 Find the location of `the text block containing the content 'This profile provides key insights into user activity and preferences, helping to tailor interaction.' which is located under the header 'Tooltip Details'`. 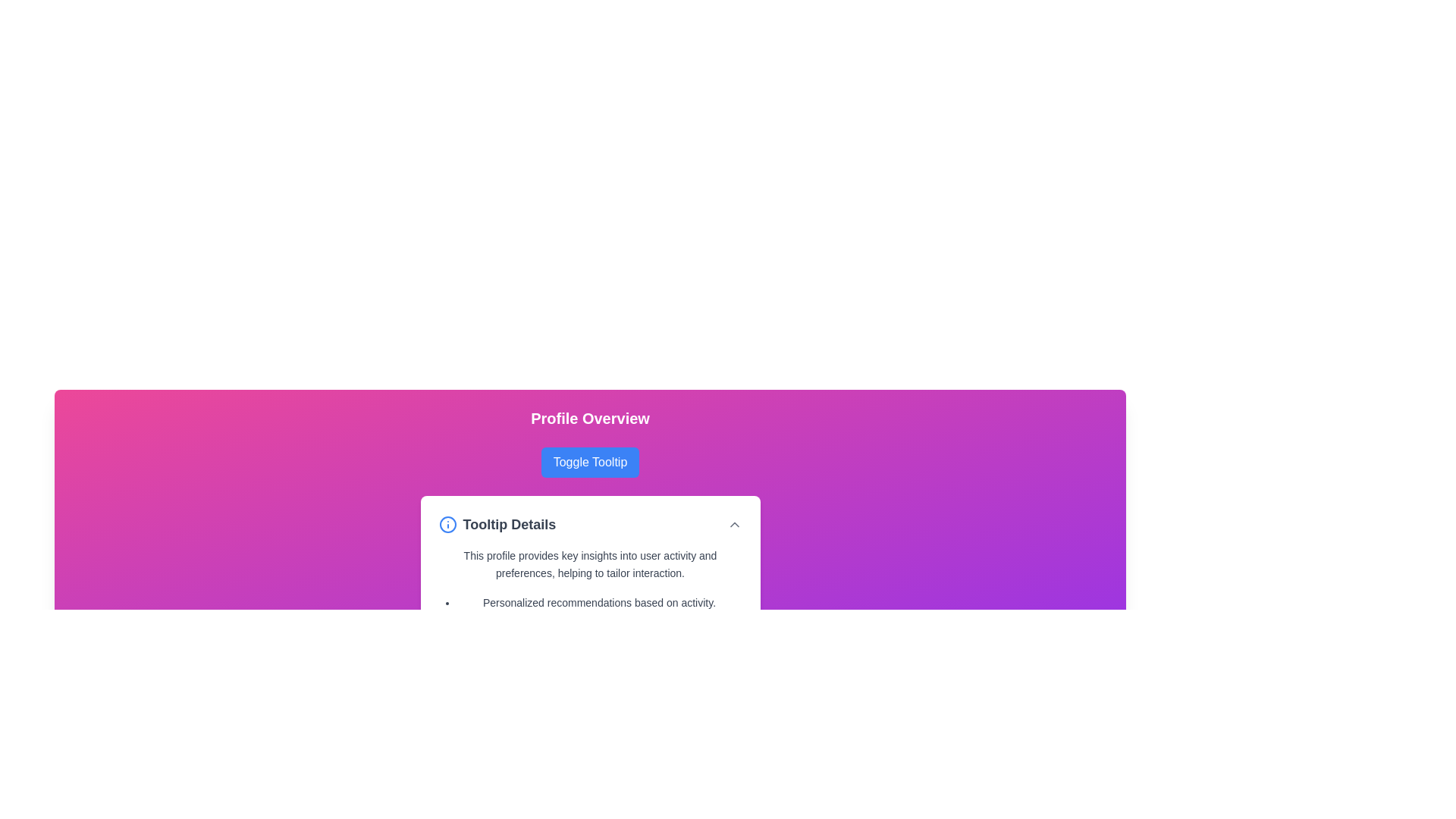

the text block containing the content 'This profile provides key insights into user activity and preferences, helping to tailor interaction.' which is located under the header 'Tooltip Details' is located at coordinates (589, 564).